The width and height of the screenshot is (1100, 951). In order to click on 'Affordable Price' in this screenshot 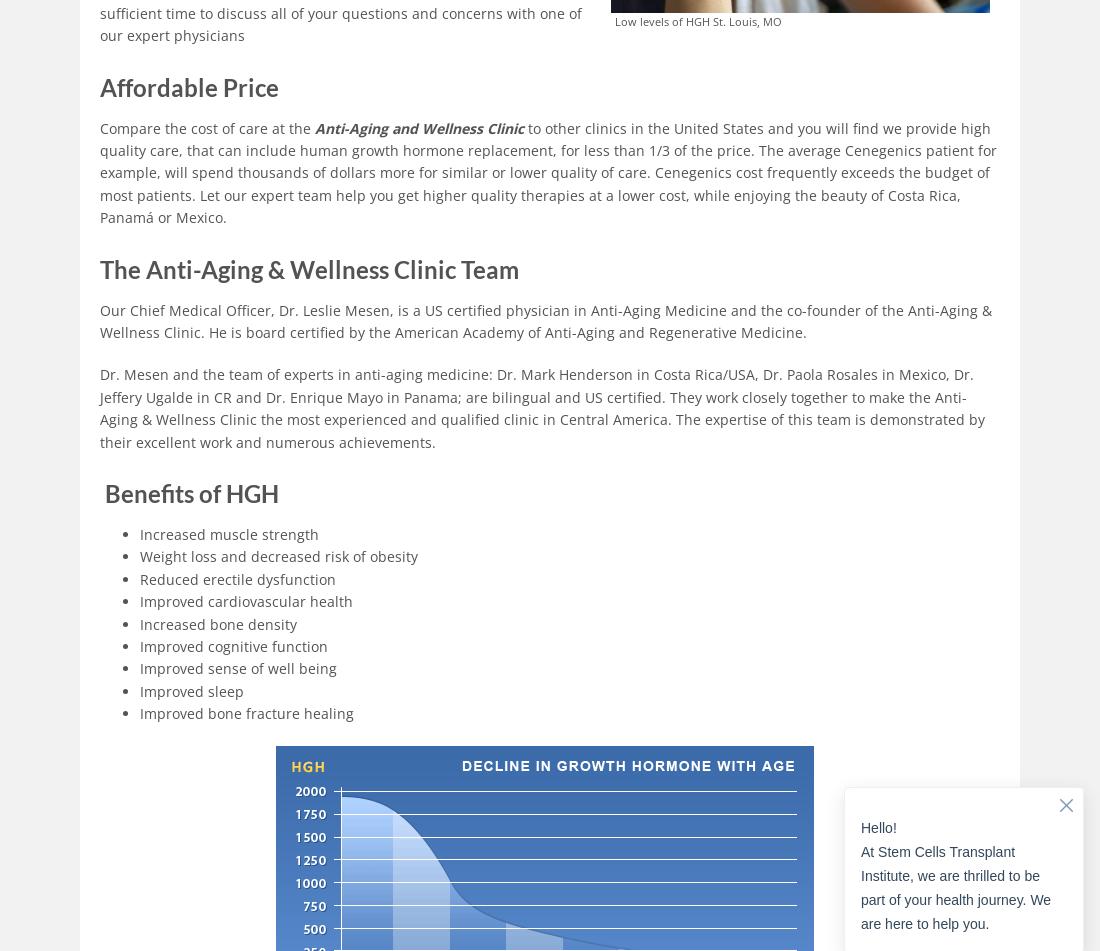, I will do `click(188, 86)`.